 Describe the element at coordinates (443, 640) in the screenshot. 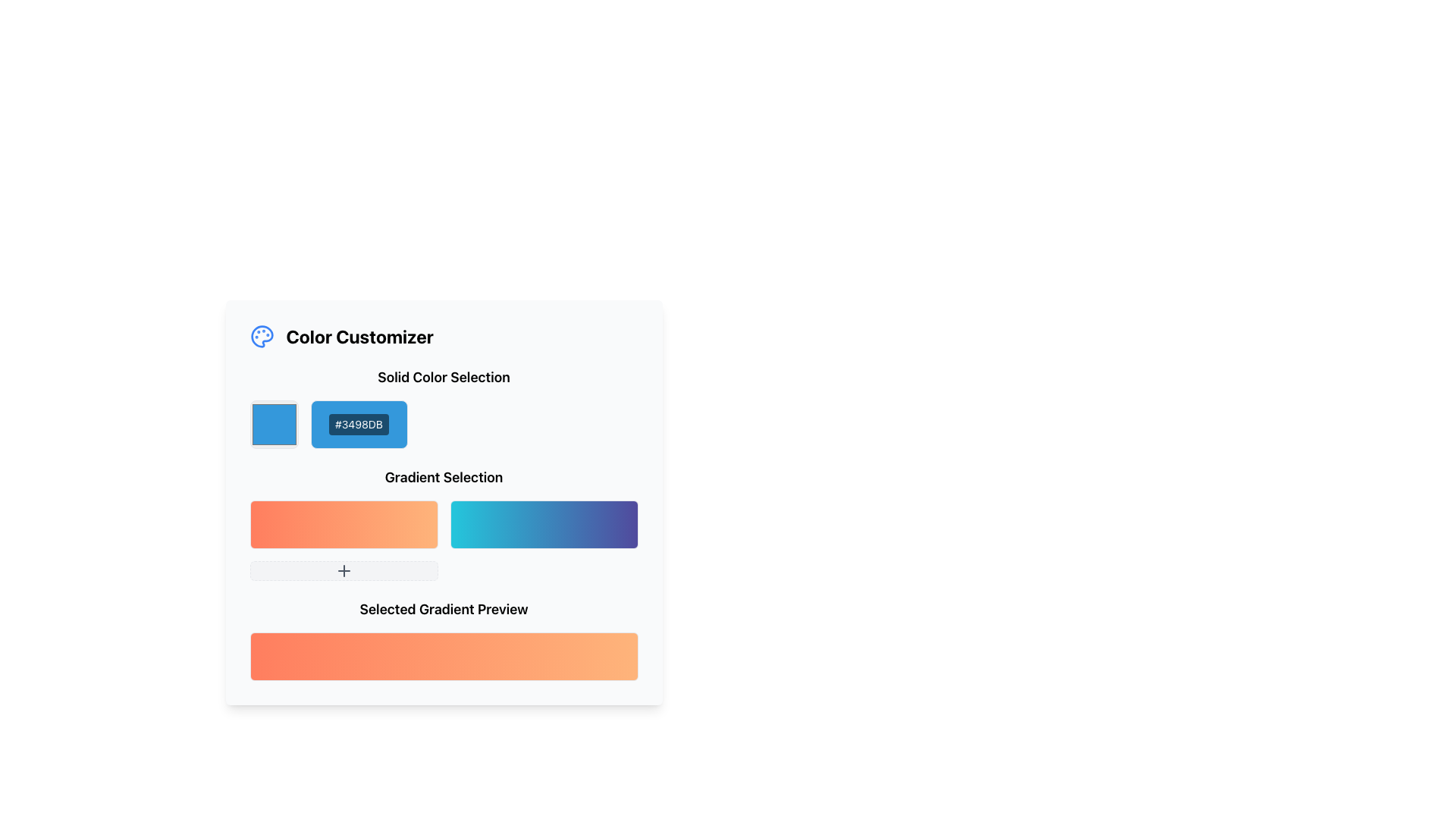

I see `the gradient preview element labeled 'Selected Gradient Preview', which is a gradient-filled rectangular box located at the bottom of the 'Color Customizer' section` at that location.